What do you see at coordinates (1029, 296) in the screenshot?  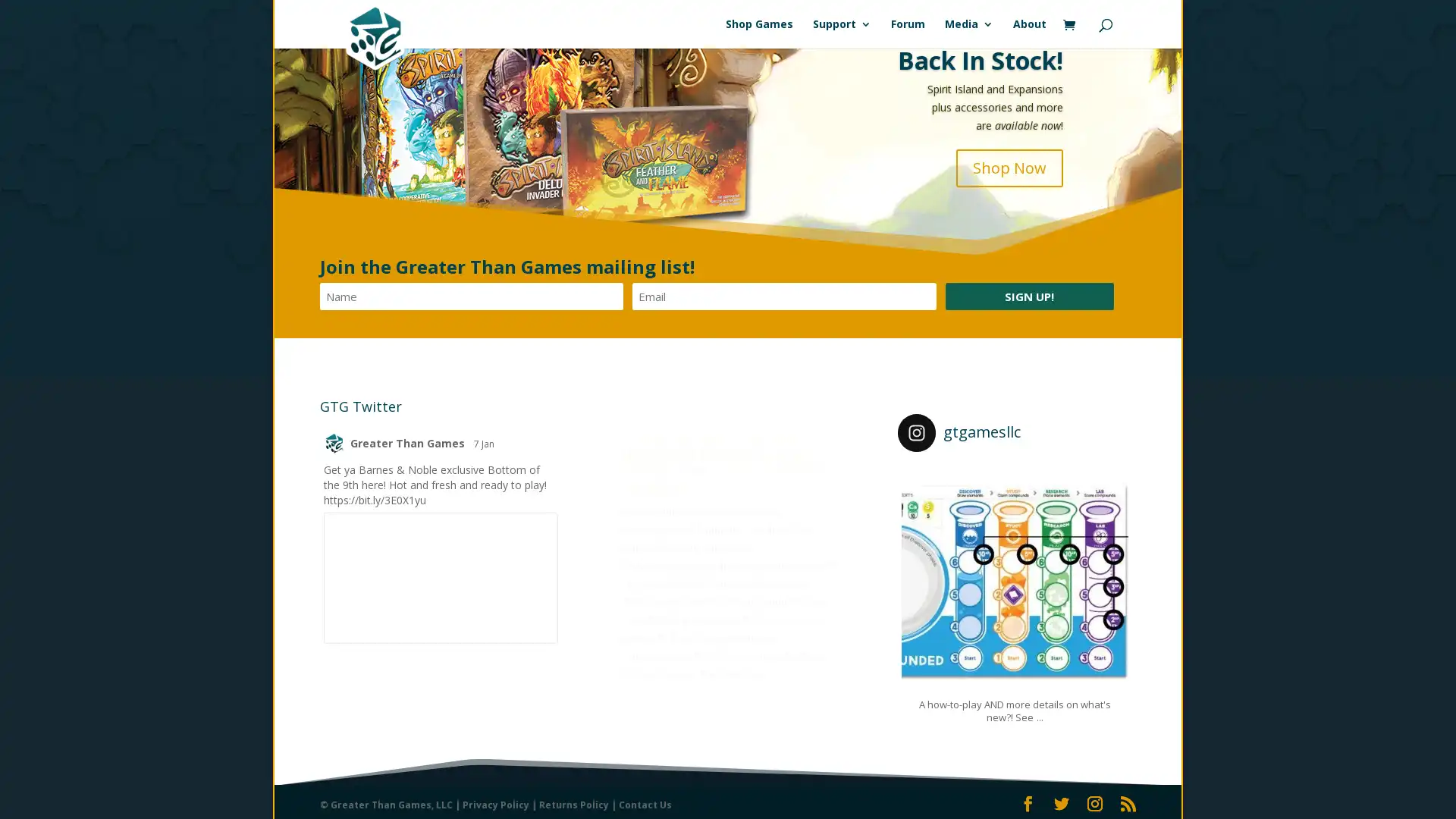 I see `Sign Up!` at bounding box center [1029, 296].